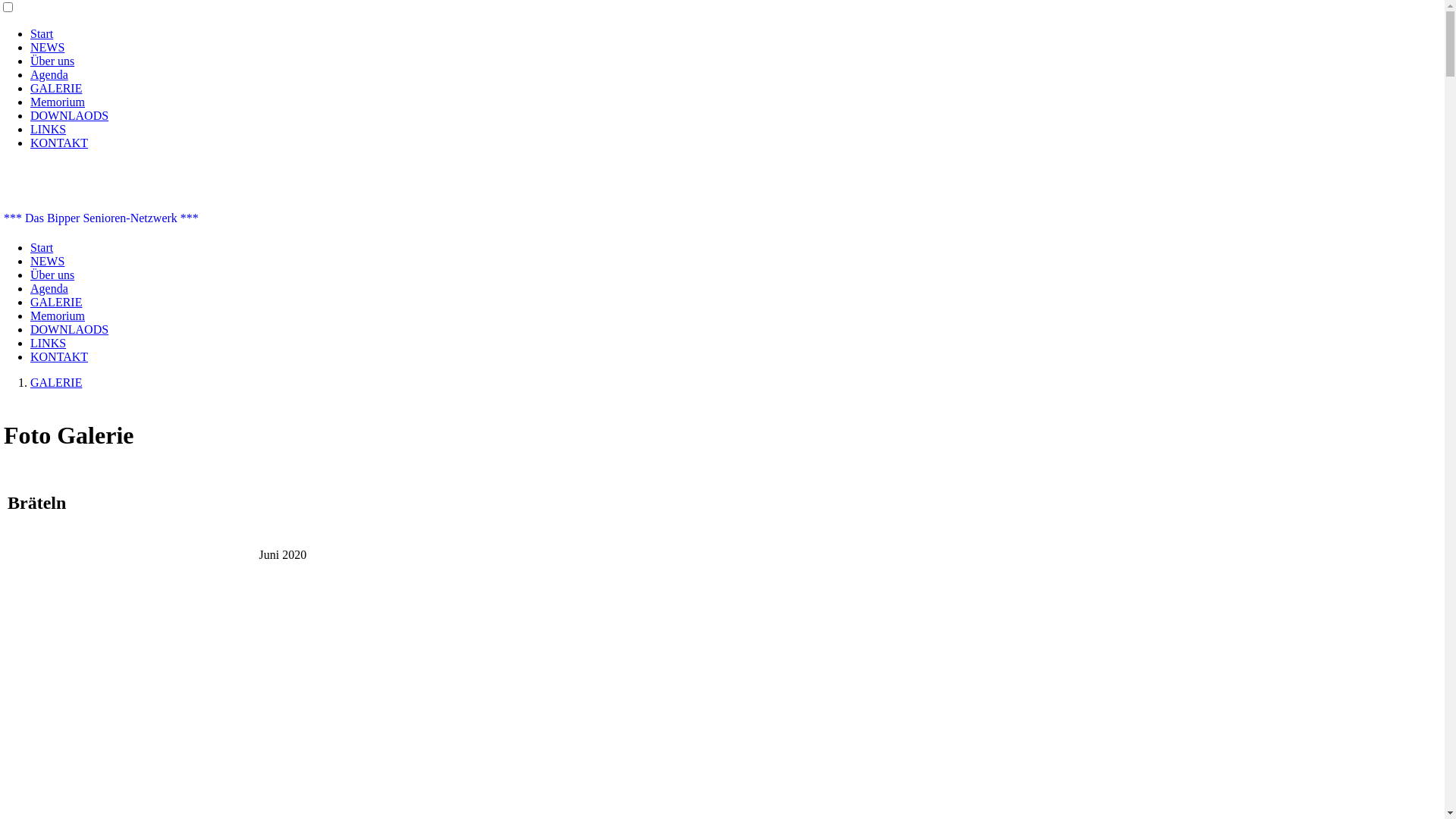  I want to click on 'GALERIE', so click(55, 381).